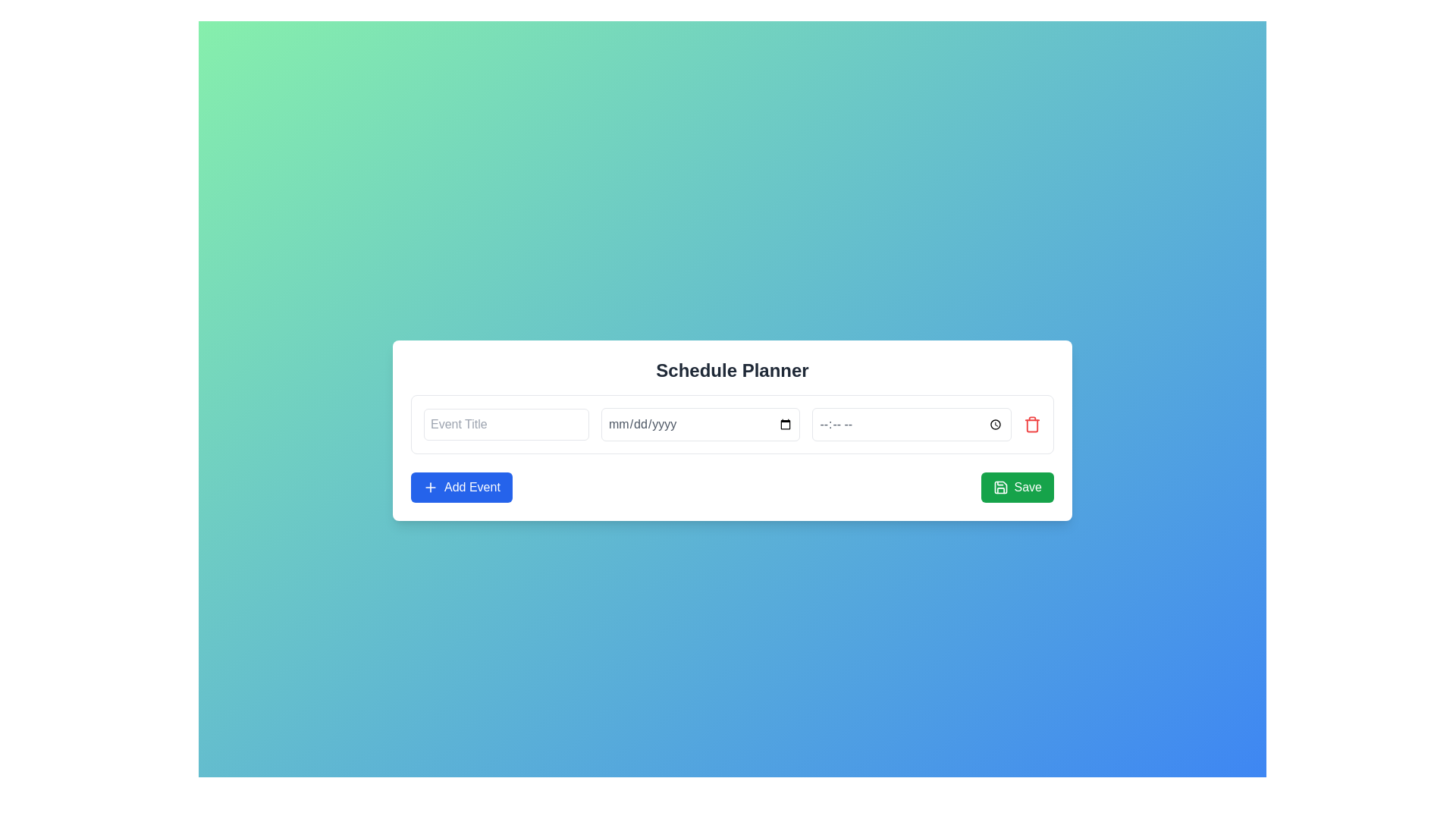 The image size is (1456, 819). What do you see at coordinates (700, 424) in the screenshot?
I see `a date from the dropdown calendar in the Date input field, which is a rectangular input box with rounded corners and a placeholder 'mm/dd/yyyy', located centrally between a text input field and a time input field` at bounding box center [700, 424].